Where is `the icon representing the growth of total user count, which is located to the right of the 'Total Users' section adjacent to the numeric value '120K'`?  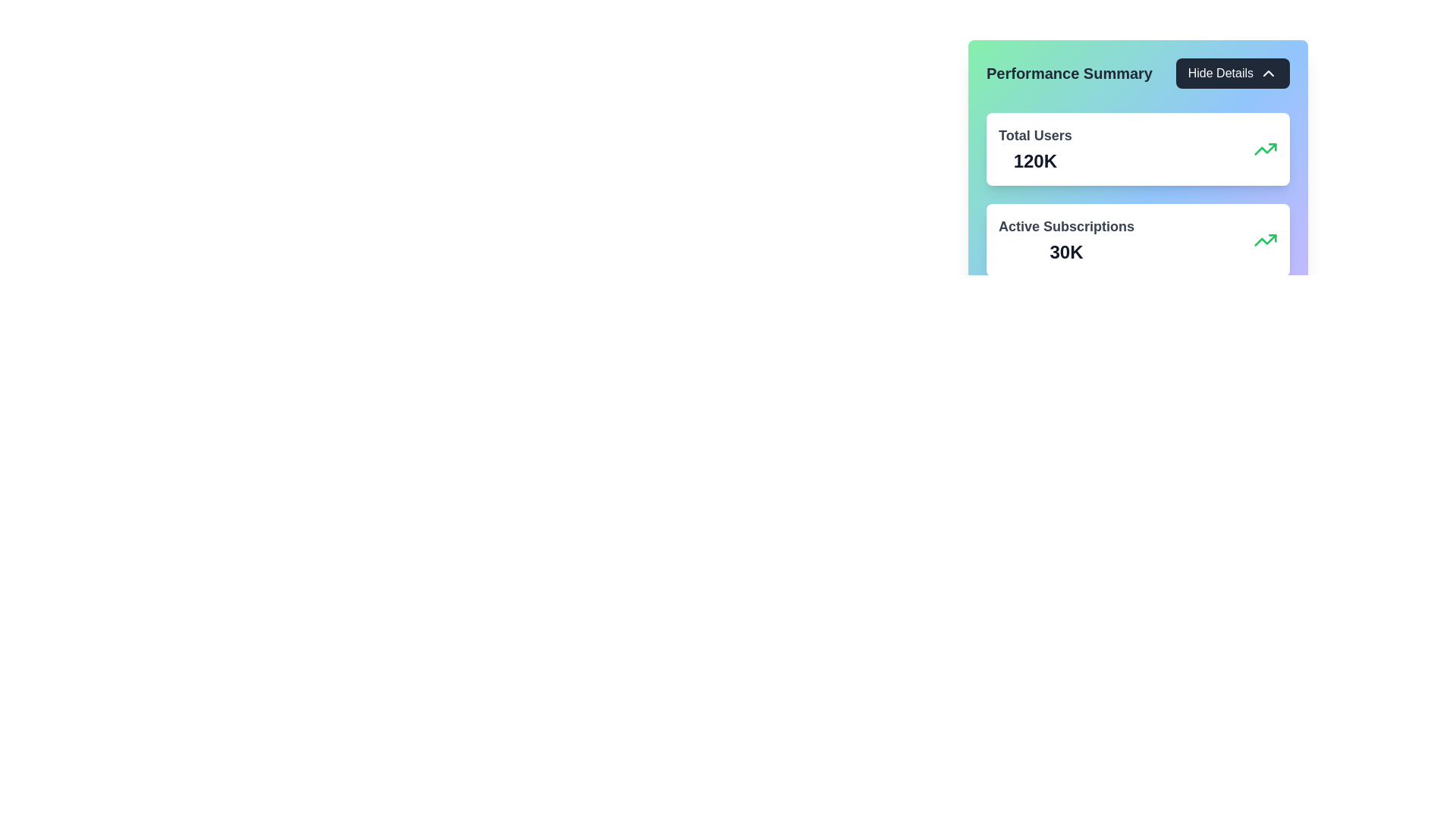
the icon representing the growth of total user count, which is located to the right of the 'Total Users' section adjacent to the numeric value '120K' is located at coordinates (1266, 239).